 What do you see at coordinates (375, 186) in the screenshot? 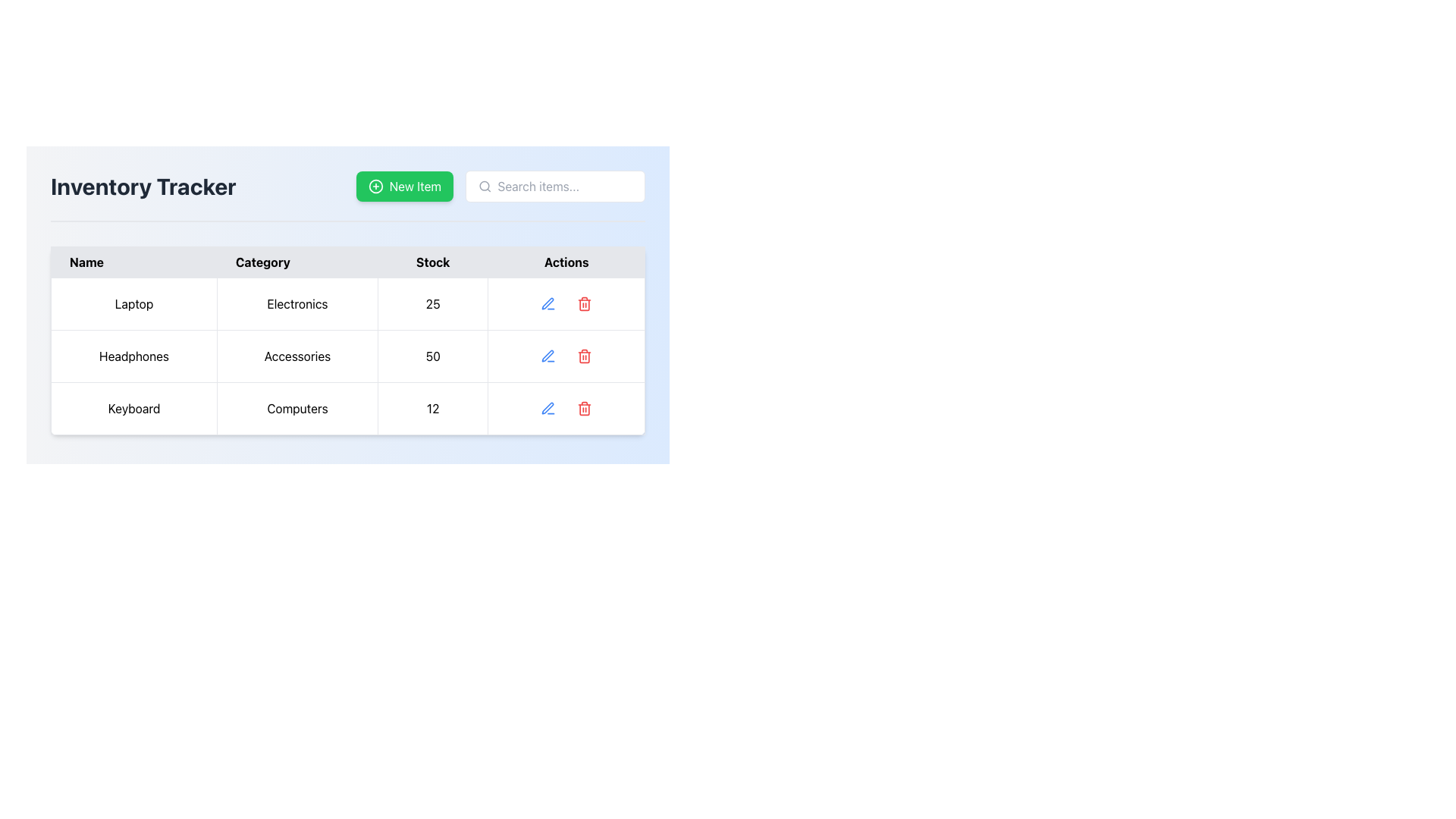
I see `the circular decorative shape with a plus symbol inside, located on the left side of the 'New Item' button in the top bar` at bounding box center [375, 186].